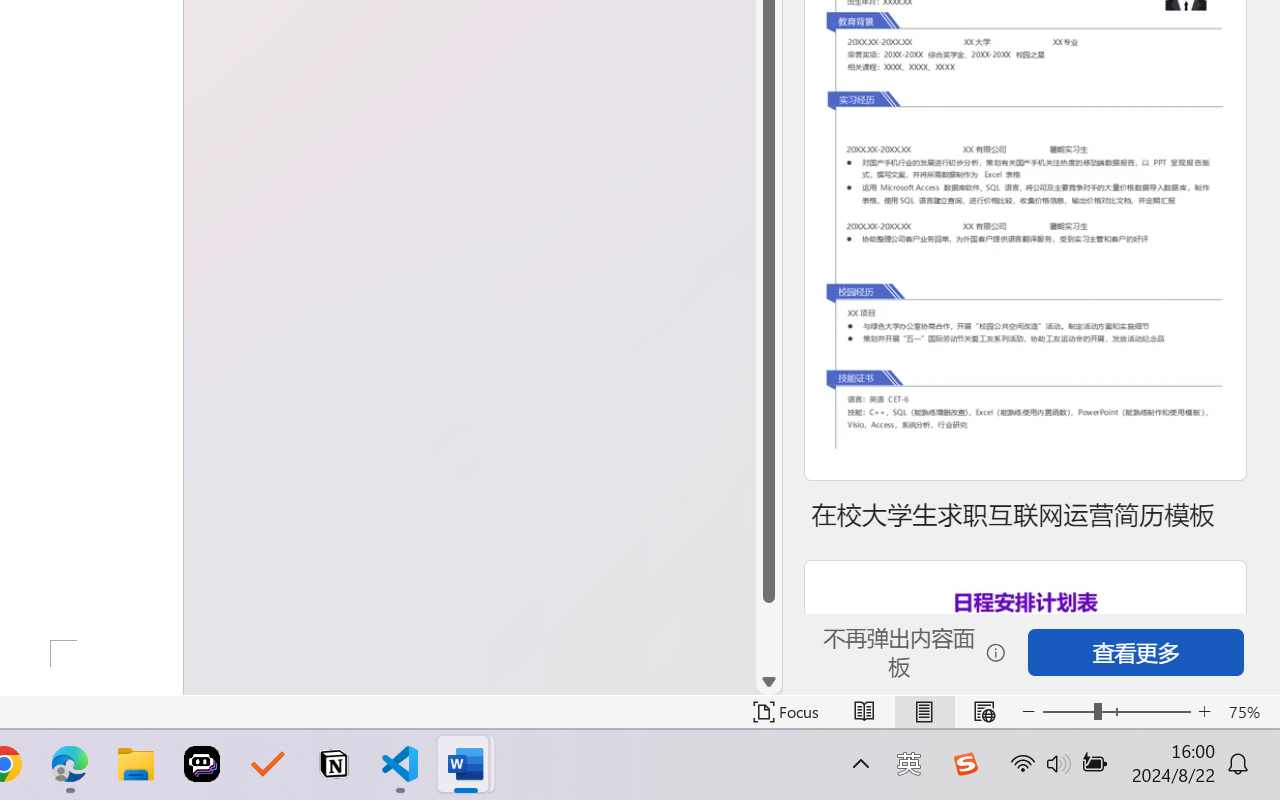 The width and height of the screenshot is (1280, 800). I want to click on 'Zoom', so click(1115, 711).